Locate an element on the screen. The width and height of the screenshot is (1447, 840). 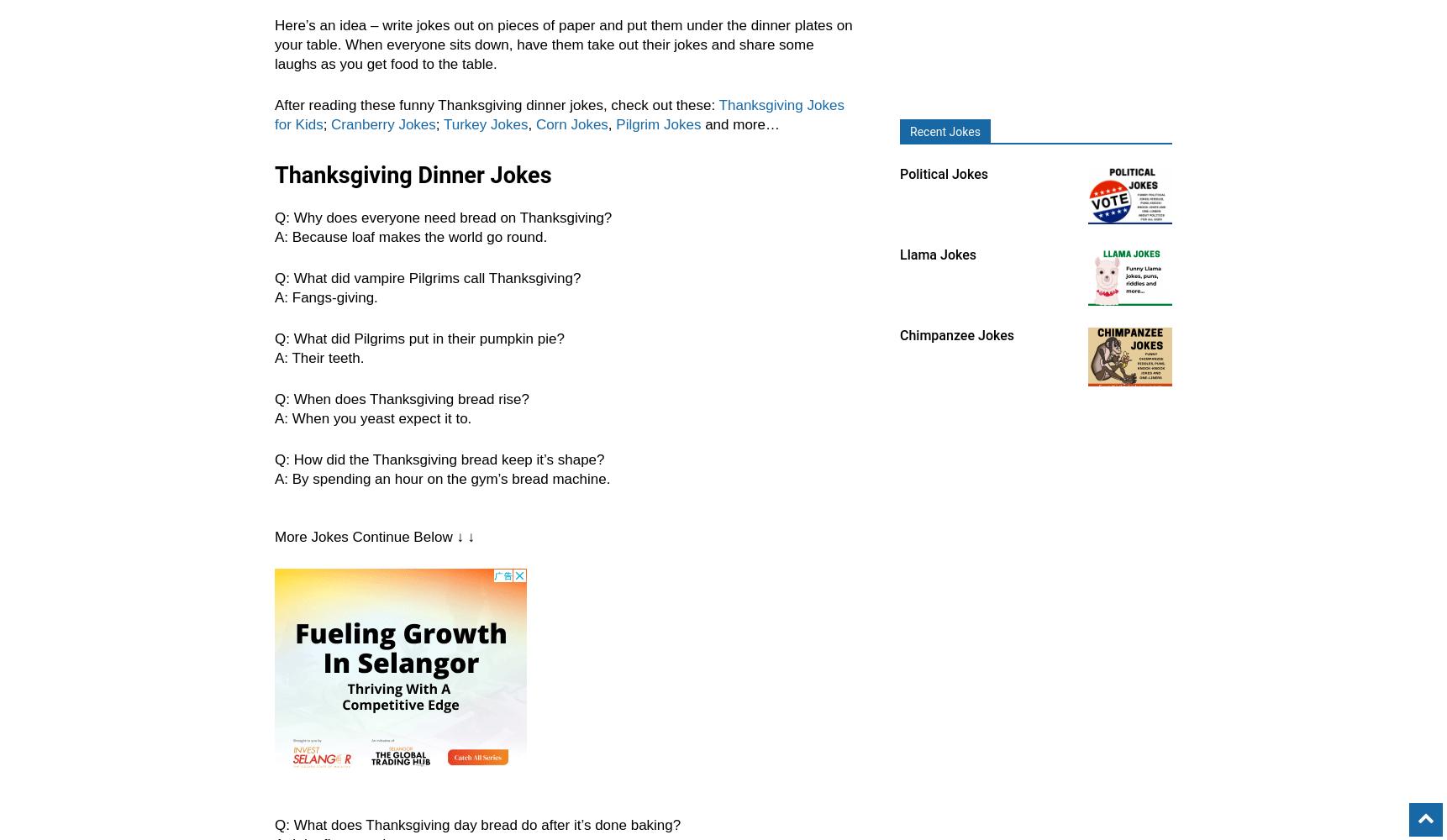
'Q: How did the Thanksgiving bread keep it’s shape?' is located at coordinates (274, 459).